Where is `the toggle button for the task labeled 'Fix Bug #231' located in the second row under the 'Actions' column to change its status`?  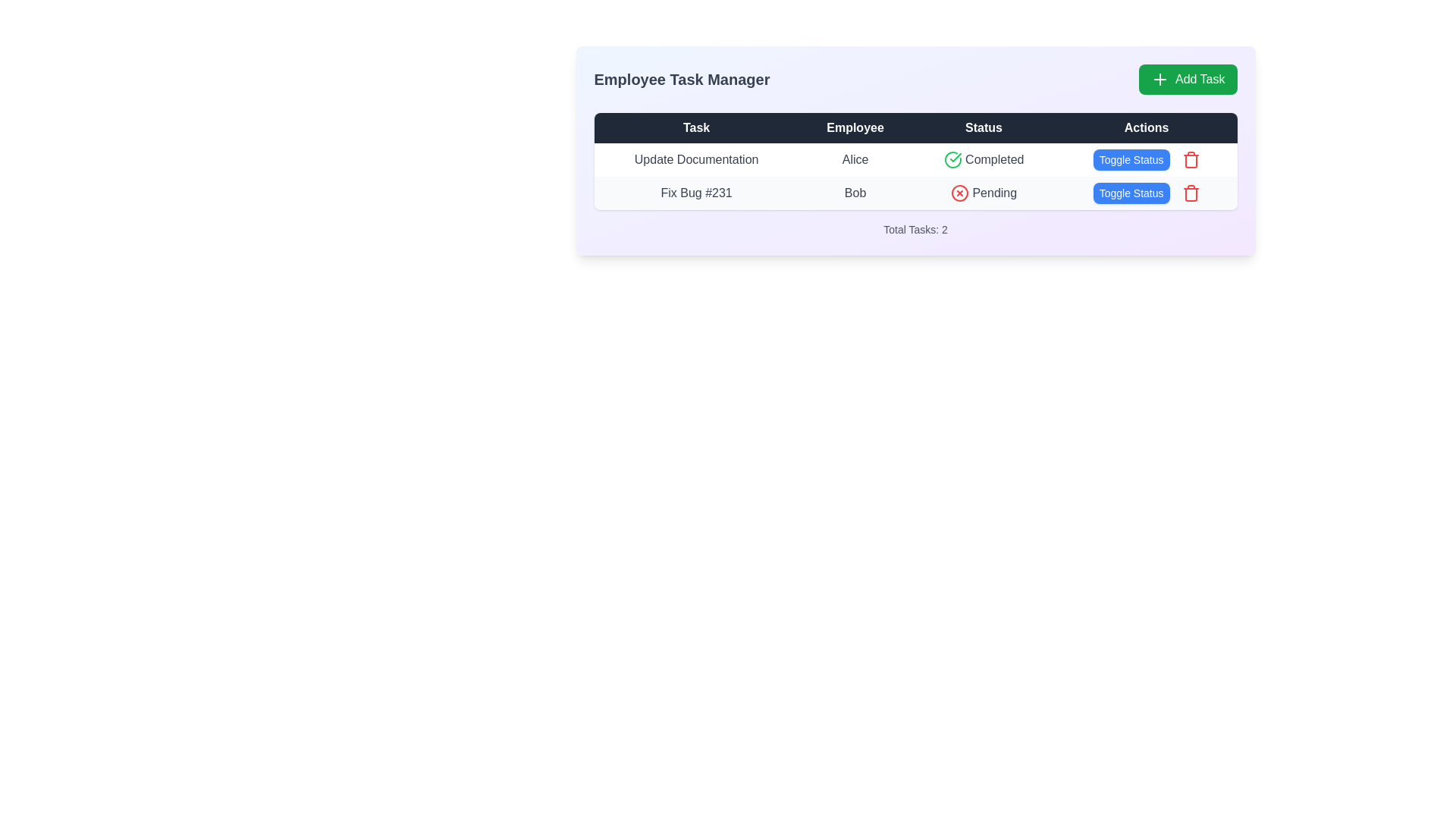 the toggle button for the task labeled 'Fix Bug #231' located in the second row under the 'Actions' column to change its status is located at coordinates (1147, 192).